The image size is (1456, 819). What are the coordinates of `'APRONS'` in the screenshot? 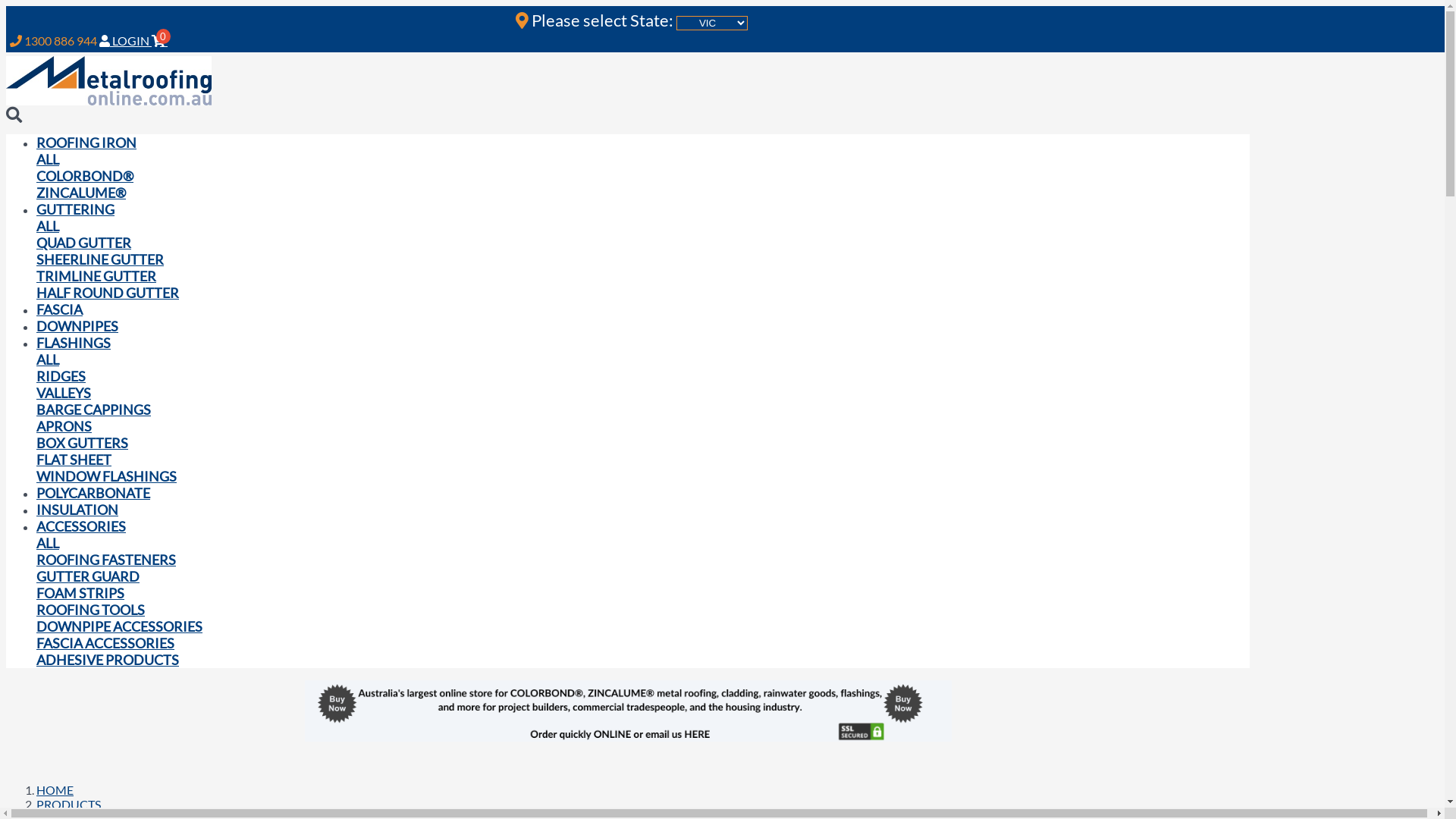 It's located at (63, 426).